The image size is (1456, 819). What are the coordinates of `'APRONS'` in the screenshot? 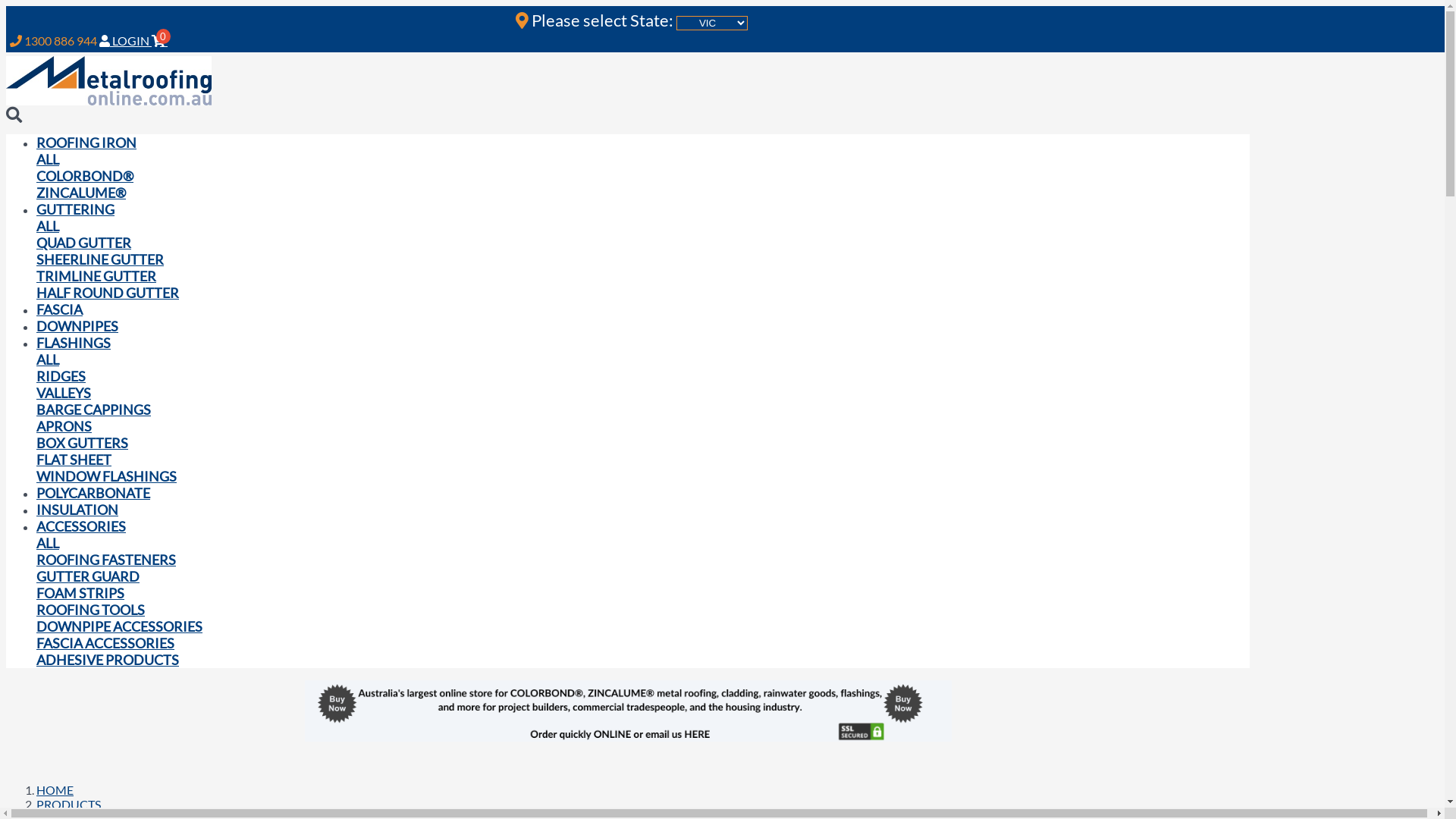 It's located at (63, 426).